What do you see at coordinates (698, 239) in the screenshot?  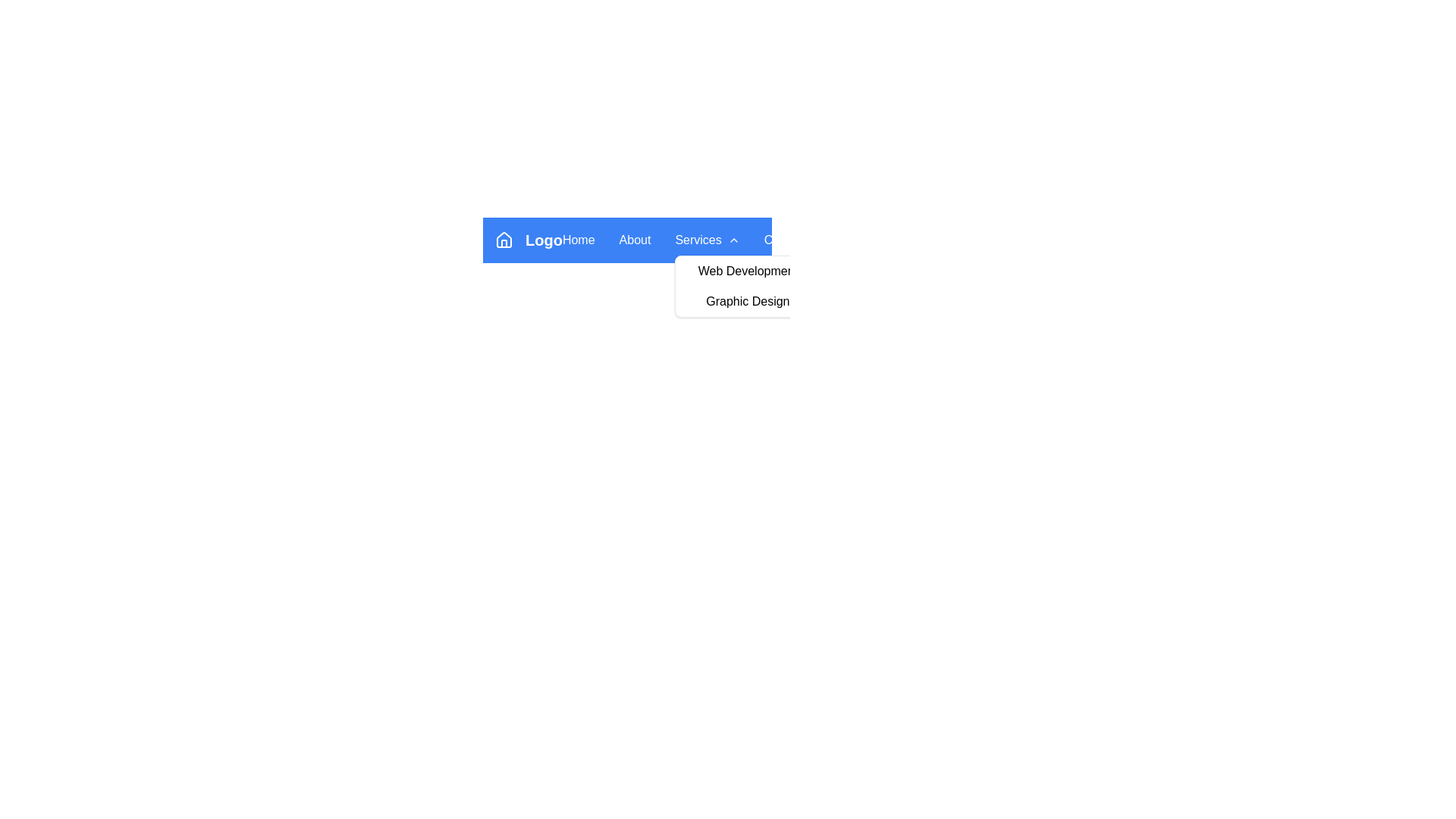 I see `the 'Services' text label in the navigation bar` at bounding box center [698, 239].